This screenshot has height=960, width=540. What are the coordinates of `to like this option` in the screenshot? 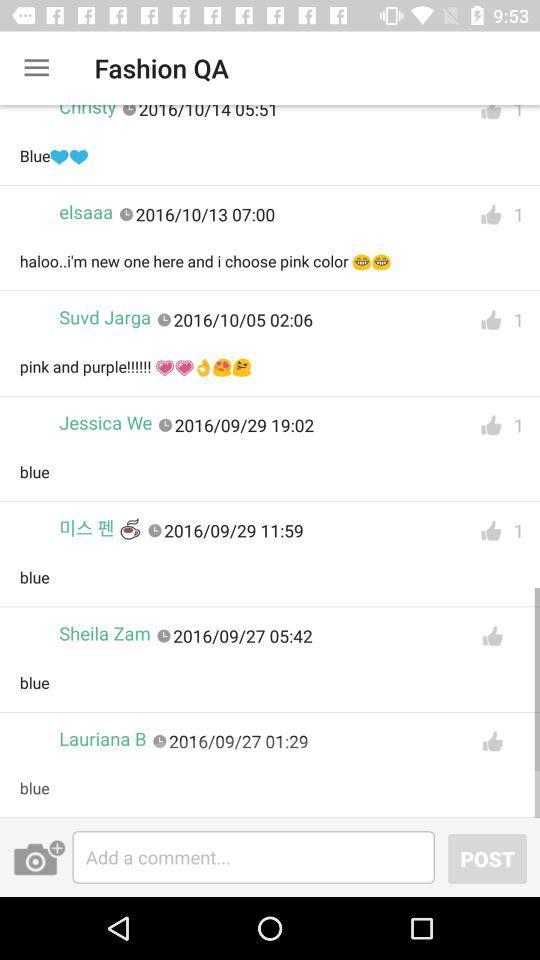 It's located at (490, 425).